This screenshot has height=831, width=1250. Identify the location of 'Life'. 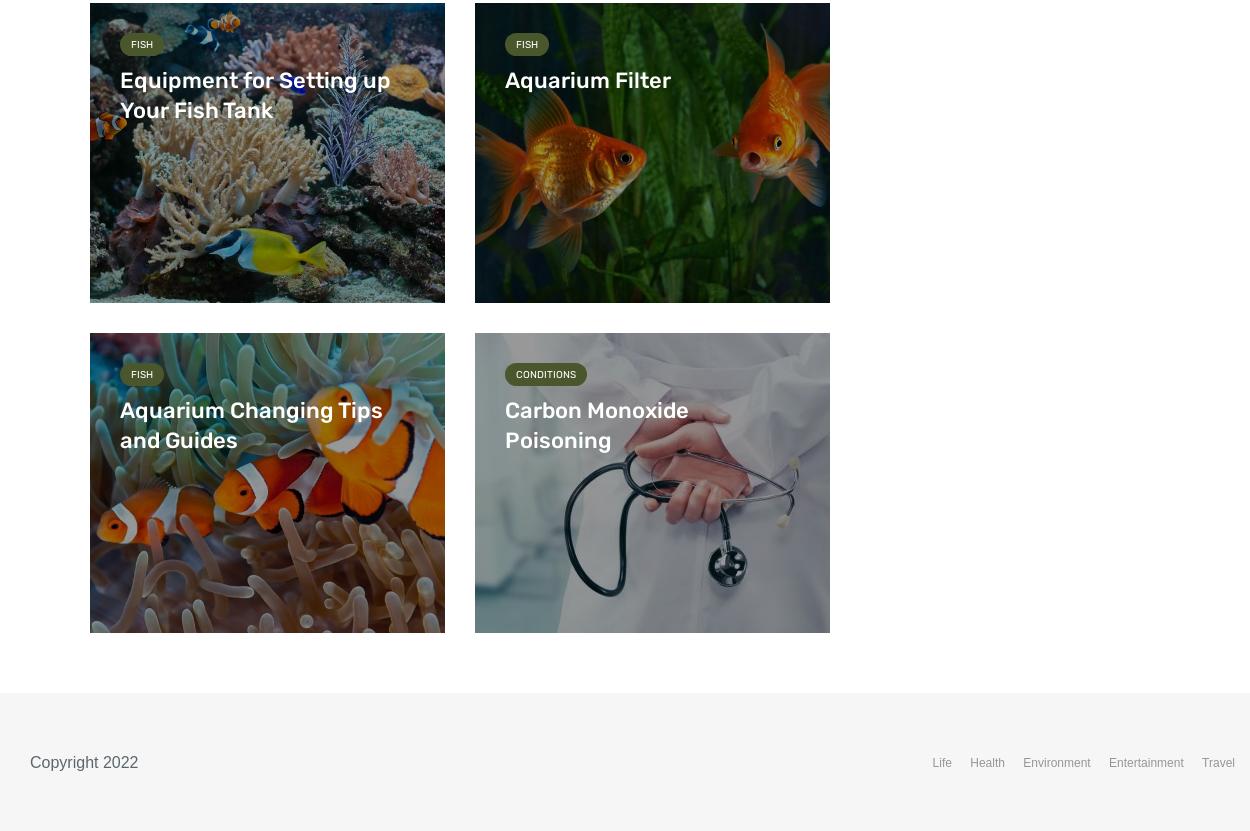
(940, 763).